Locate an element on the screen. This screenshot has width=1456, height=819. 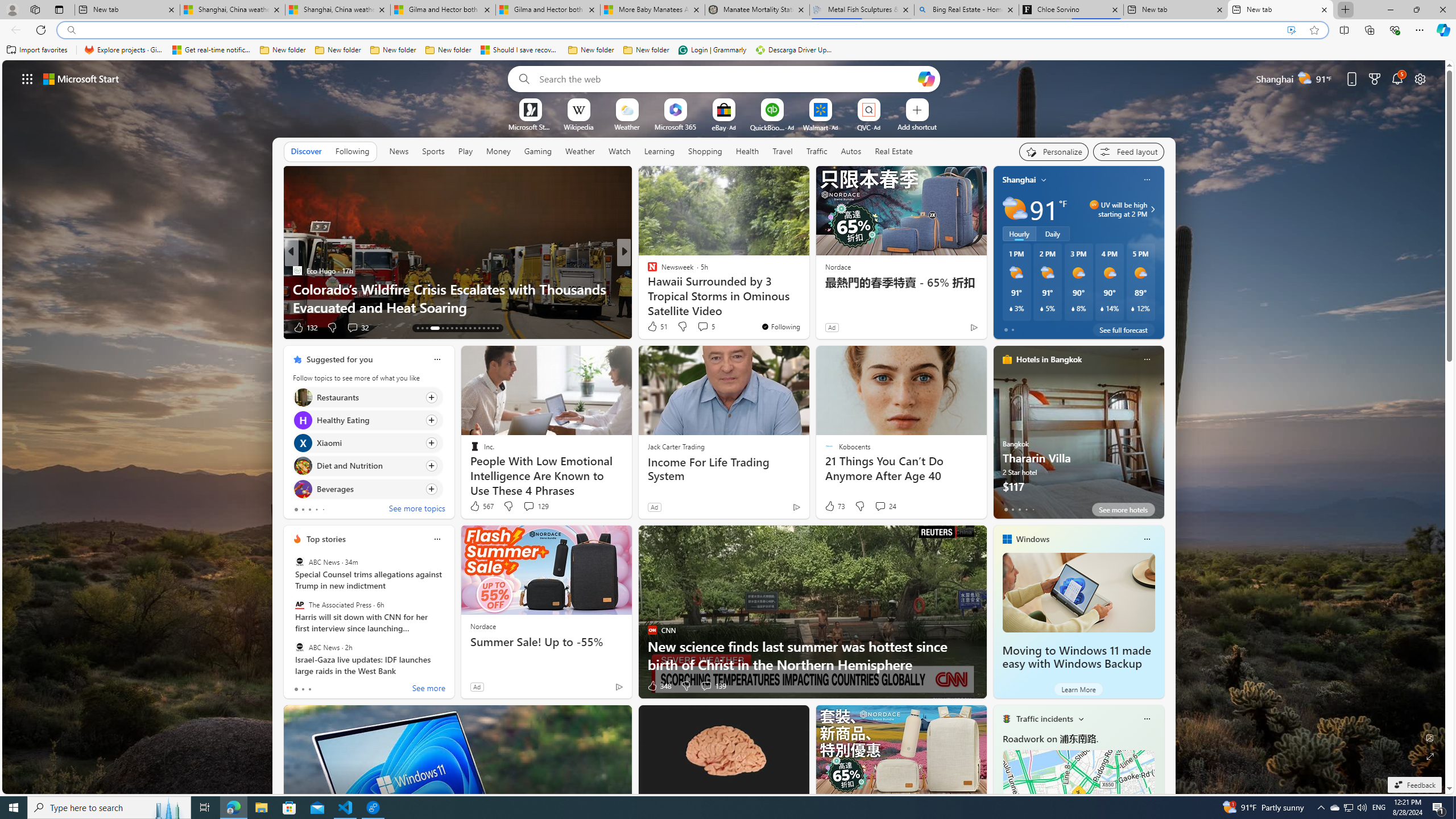
'New folder' is located at coordinates (646, 49).